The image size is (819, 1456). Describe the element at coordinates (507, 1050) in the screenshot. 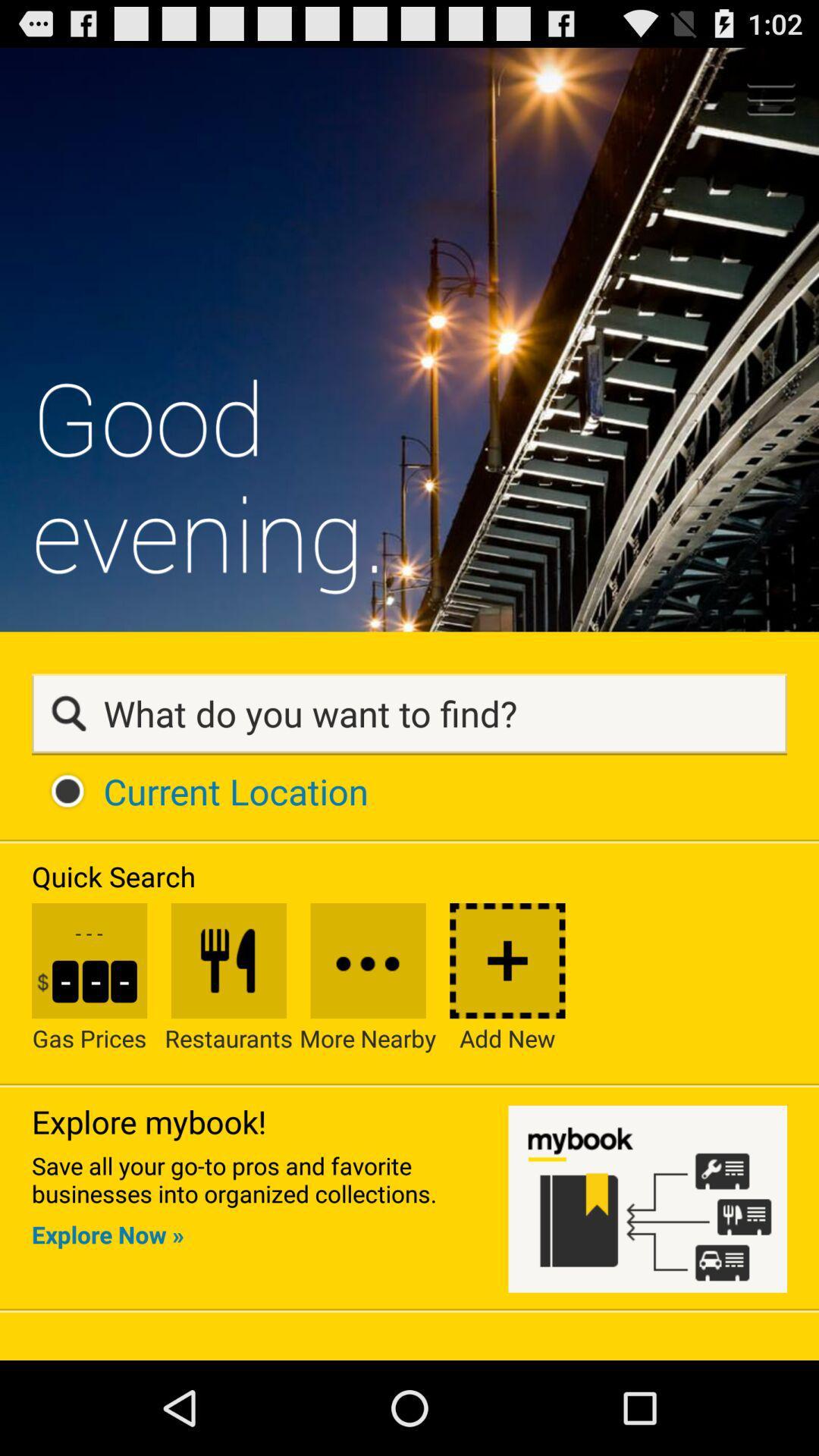

I see `the add icon` at that location.